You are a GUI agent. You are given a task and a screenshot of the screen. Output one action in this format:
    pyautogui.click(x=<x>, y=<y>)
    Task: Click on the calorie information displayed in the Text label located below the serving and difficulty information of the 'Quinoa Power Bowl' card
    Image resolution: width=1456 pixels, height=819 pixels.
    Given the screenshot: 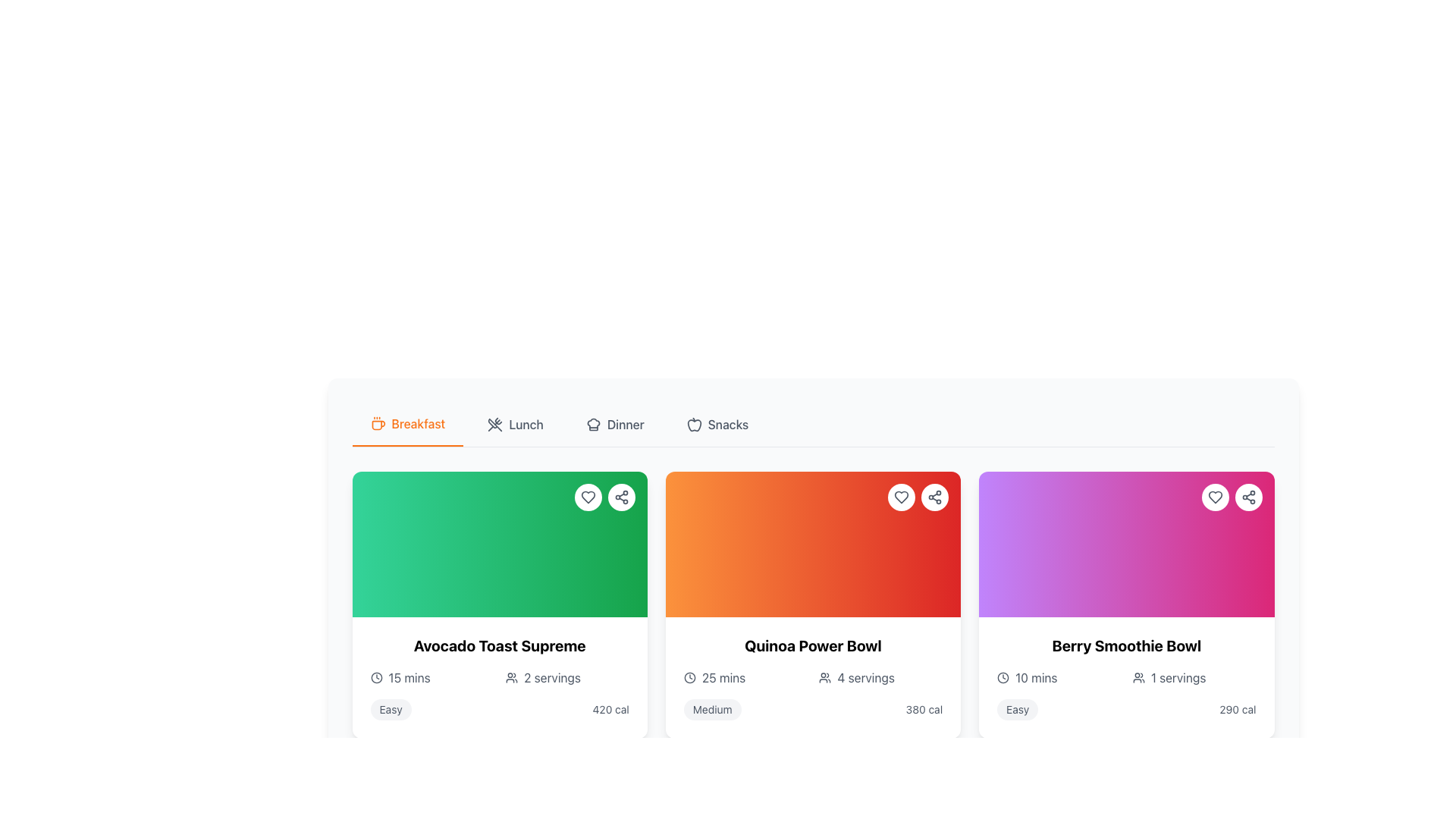 What is the action you would take?
    pyautogui.click(x=923, y=710)
    